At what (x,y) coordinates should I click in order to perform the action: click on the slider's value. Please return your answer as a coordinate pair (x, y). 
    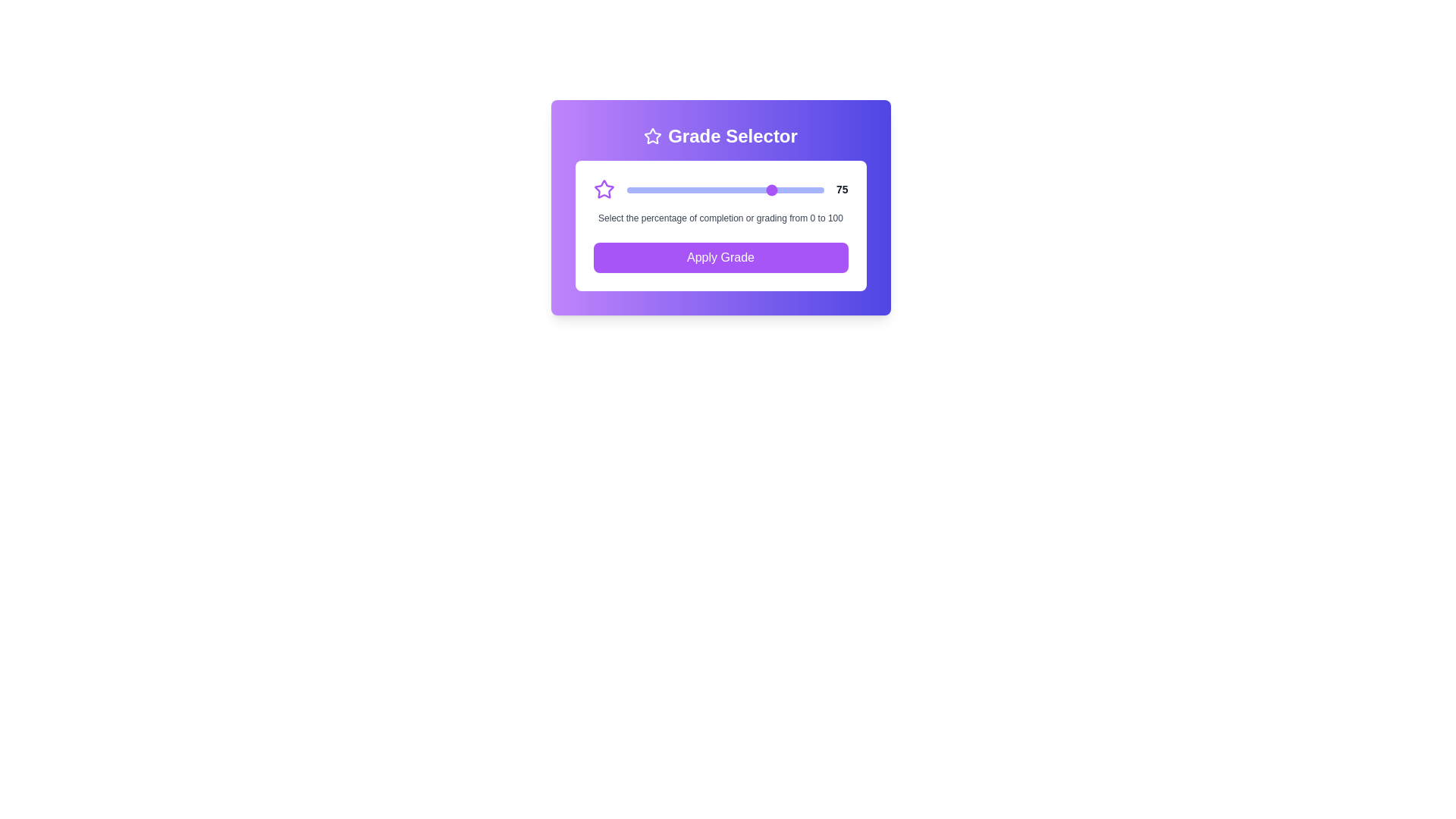
    Looking at the image, I should click on (646, 189).